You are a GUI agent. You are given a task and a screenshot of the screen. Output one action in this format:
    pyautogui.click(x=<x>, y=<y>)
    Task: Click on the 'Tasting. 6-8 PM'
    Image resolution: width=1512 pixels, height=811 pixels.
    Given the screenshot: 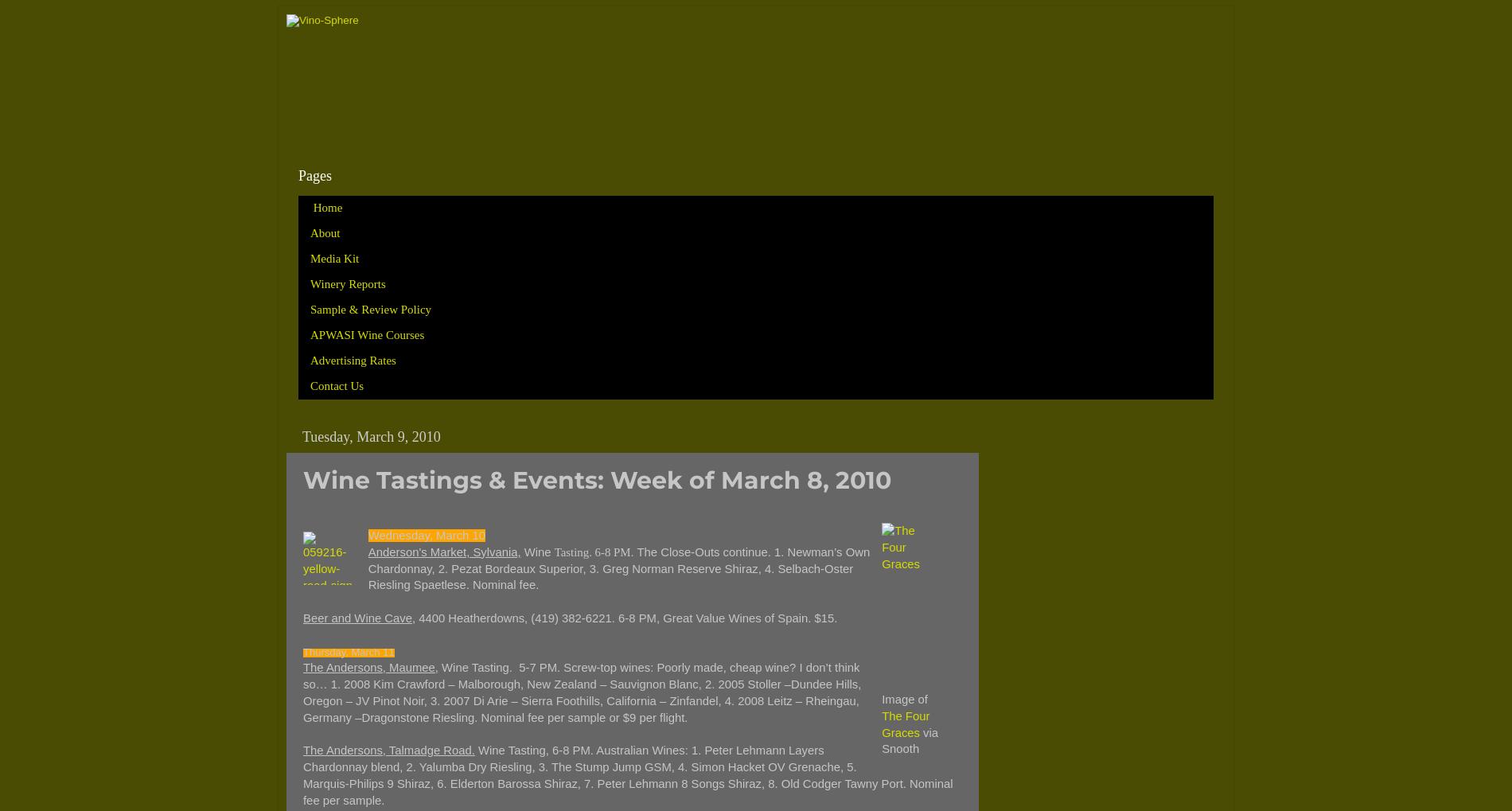 What is the action you would take?
    pyautogui.click(x=591, y=551)
    